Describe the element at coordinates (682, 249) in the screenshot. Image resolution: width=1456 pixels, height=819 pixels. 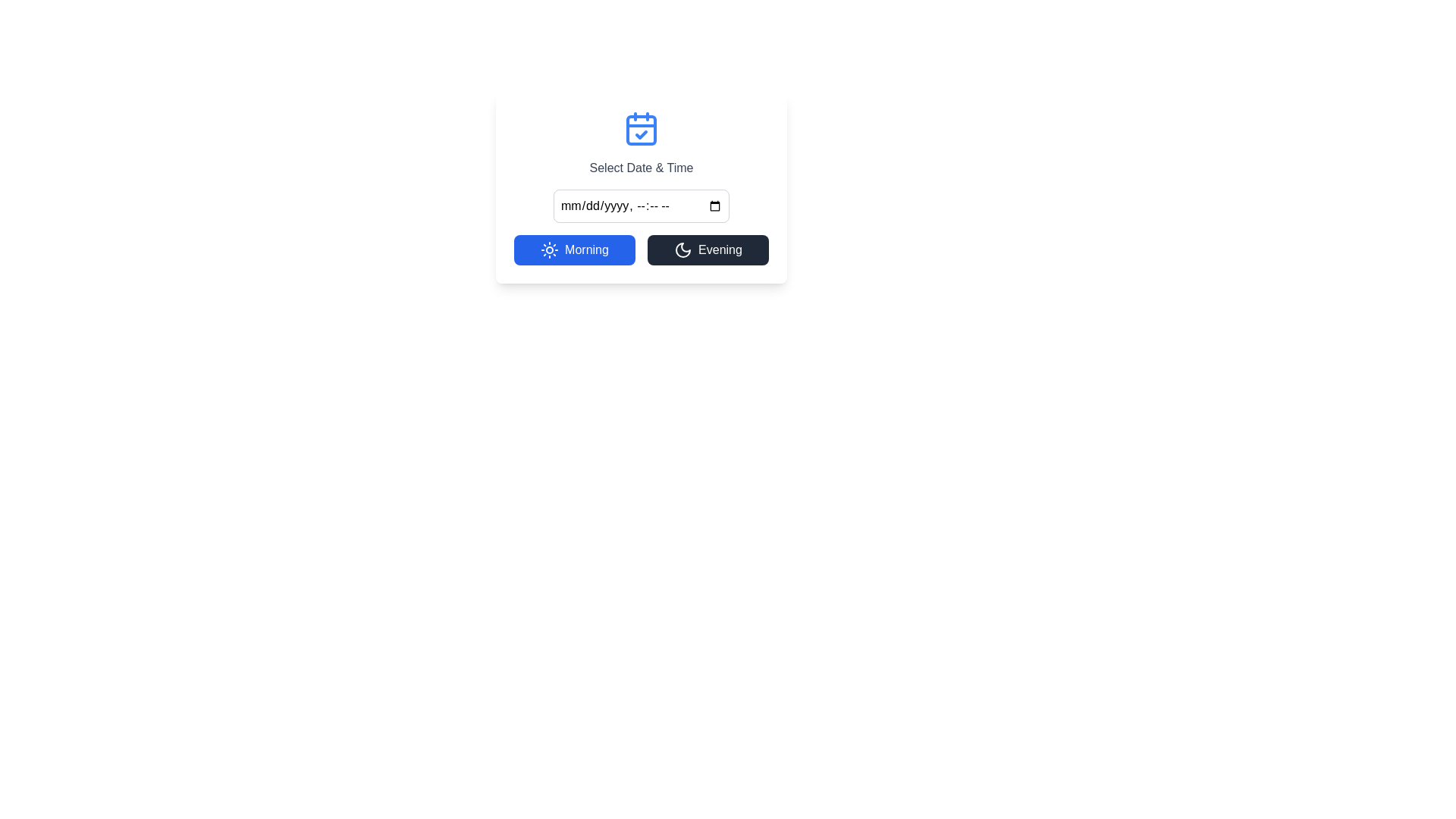
I see `the crescent moon icon within the 'Evening' button` at that location.